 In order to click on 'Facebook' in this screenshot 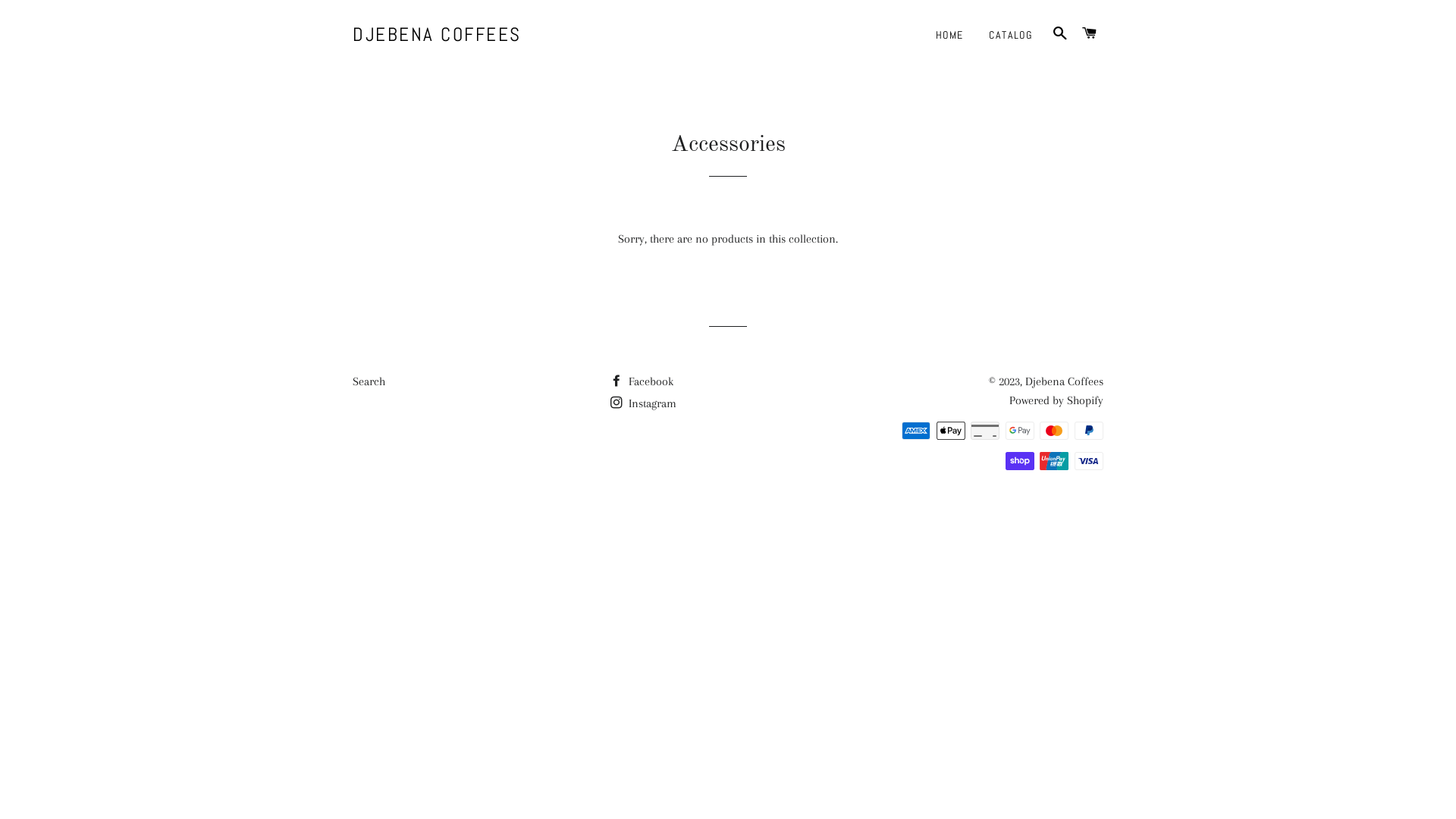, I will do `click(642, 380)`.